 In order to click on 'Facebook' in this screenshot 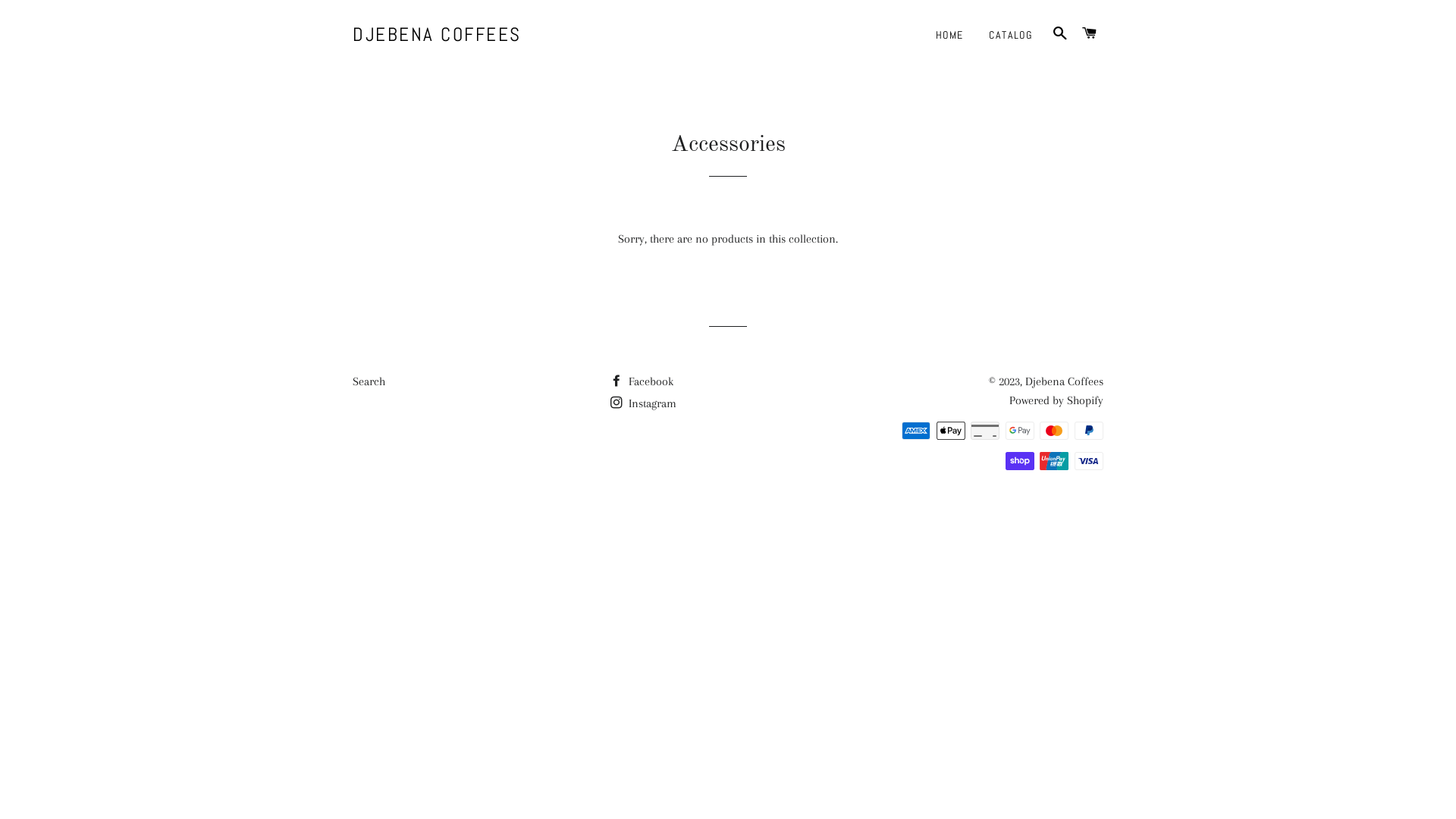, I will do `click(642, 380)`.